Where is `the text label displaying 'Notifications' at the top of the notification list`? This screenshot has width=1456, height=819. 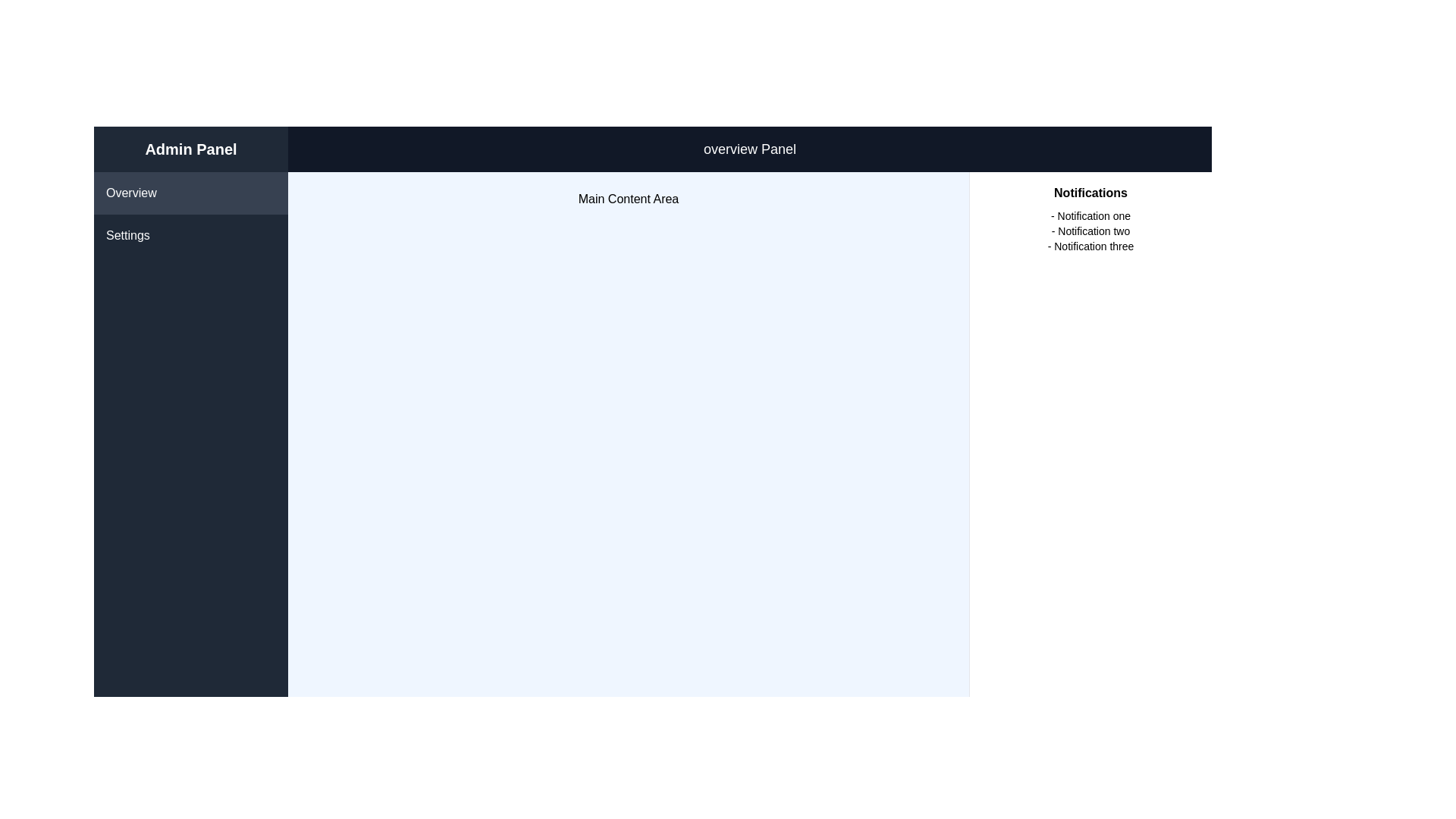 the text label displaying 'Notifications' at the top of the notification list is located at coordinates (1090, 192).